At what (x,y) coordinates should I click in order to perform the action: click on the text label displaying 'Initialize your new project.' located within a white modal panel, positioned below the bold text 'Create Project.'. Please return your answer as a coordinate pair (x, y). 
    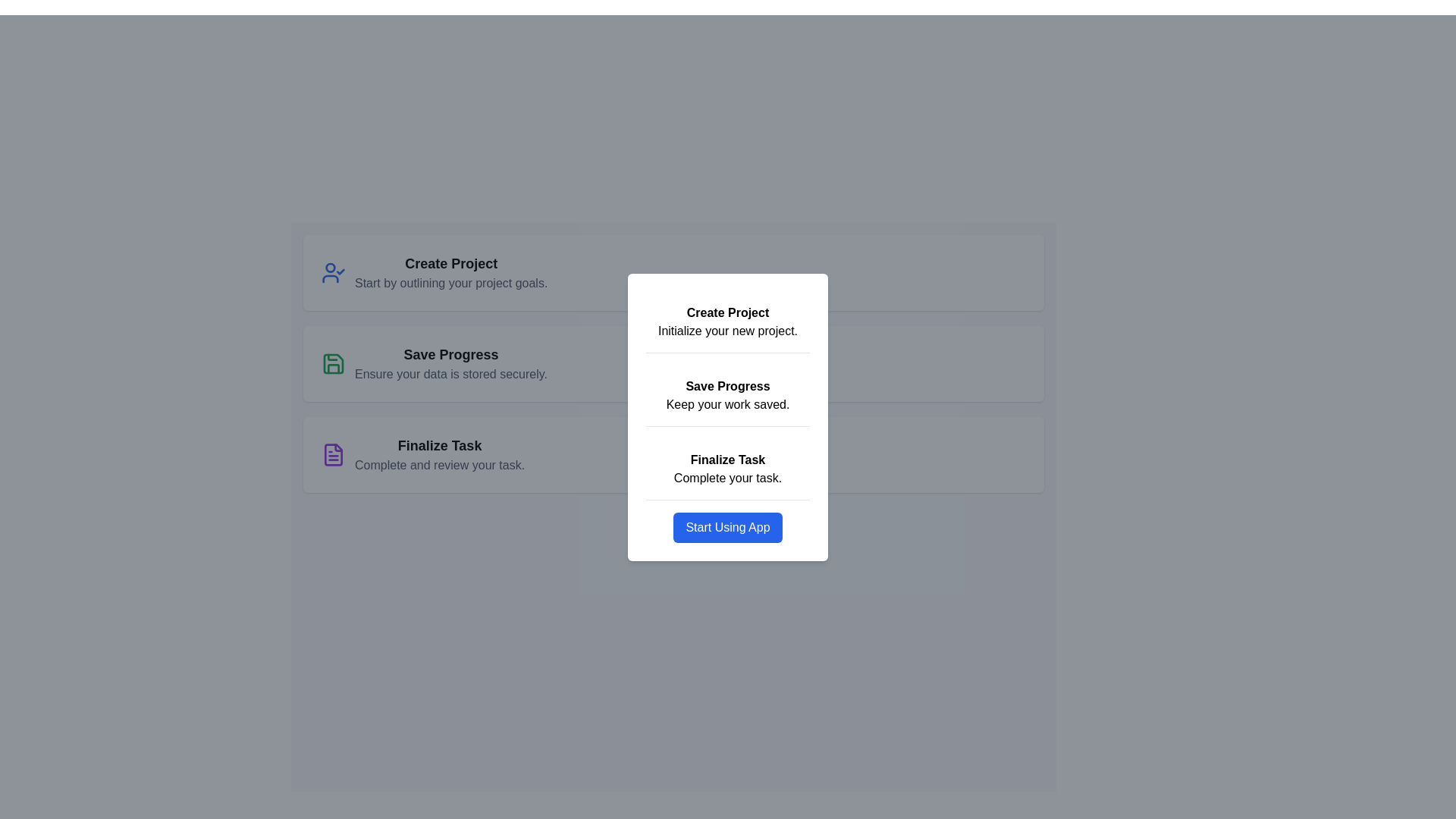
    Looking at the image, I should click on (728, 330).